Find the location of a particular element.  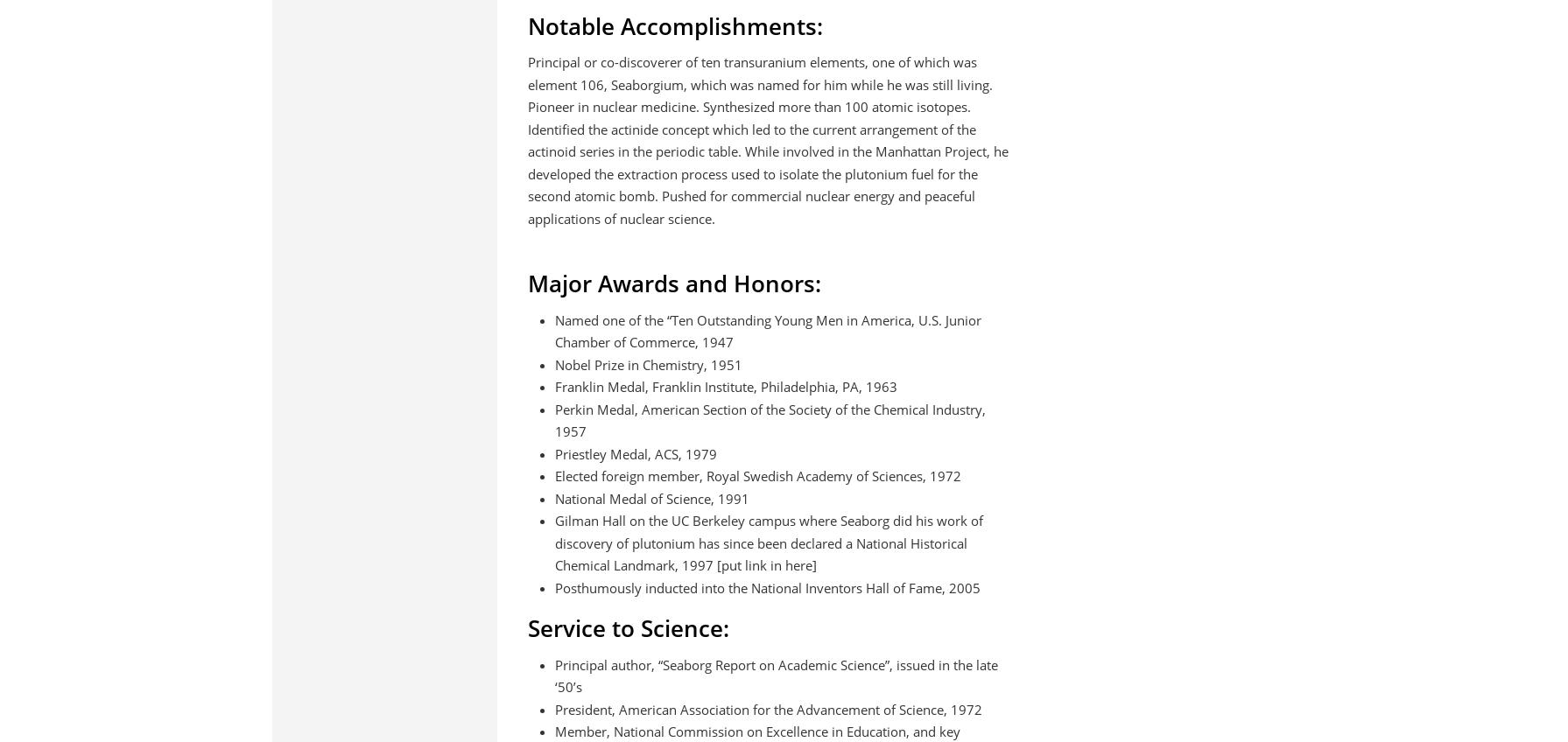

'Priestley Medal, ACS, 1979' is located at coordinates (635, 452).